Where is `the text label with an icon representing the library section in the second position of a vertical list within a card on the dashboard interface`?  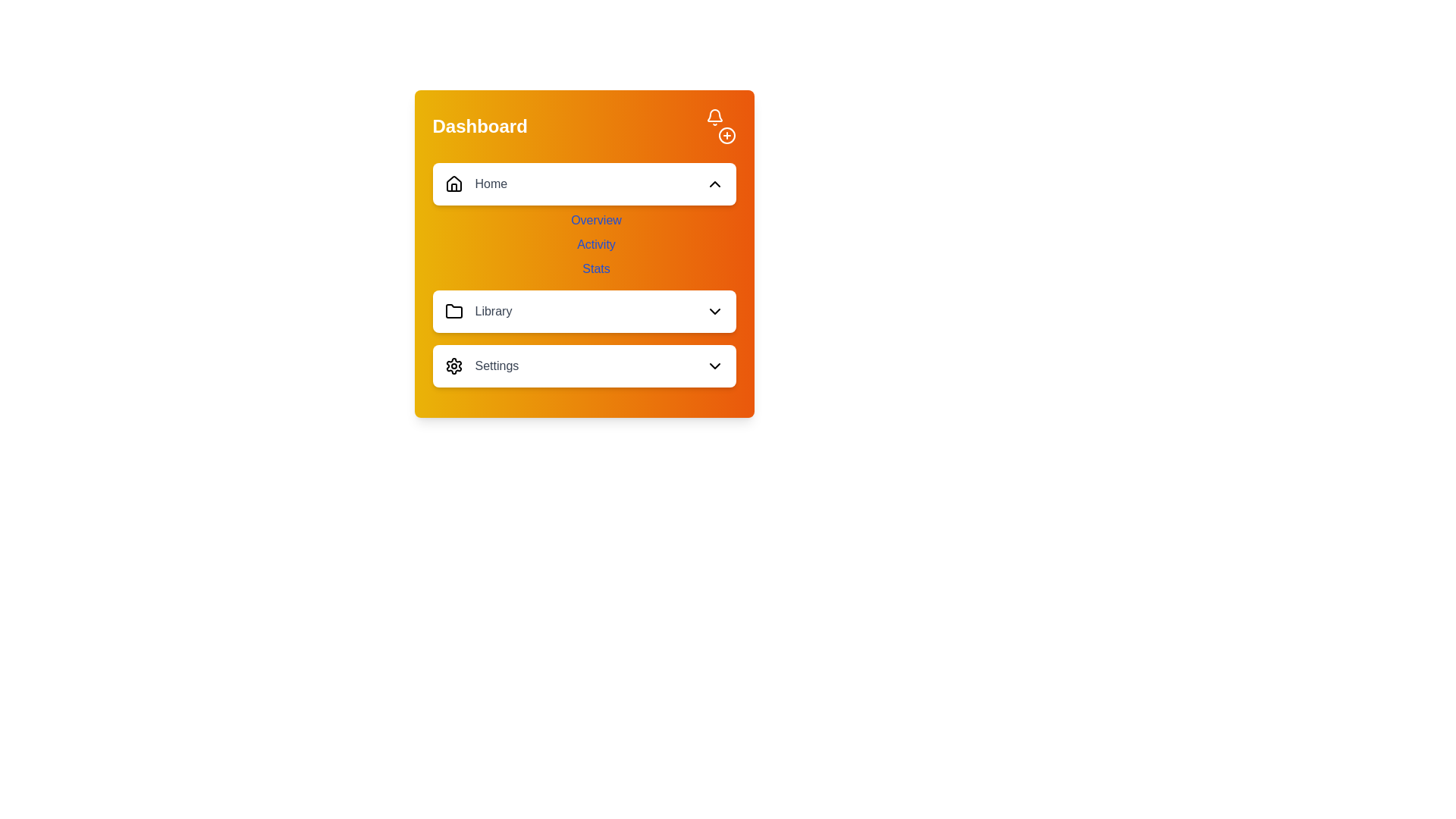
the text label with an icon representing the library section in the second position of a vertical list within a card on the dashboard interface is located at coordinates (477, 311).